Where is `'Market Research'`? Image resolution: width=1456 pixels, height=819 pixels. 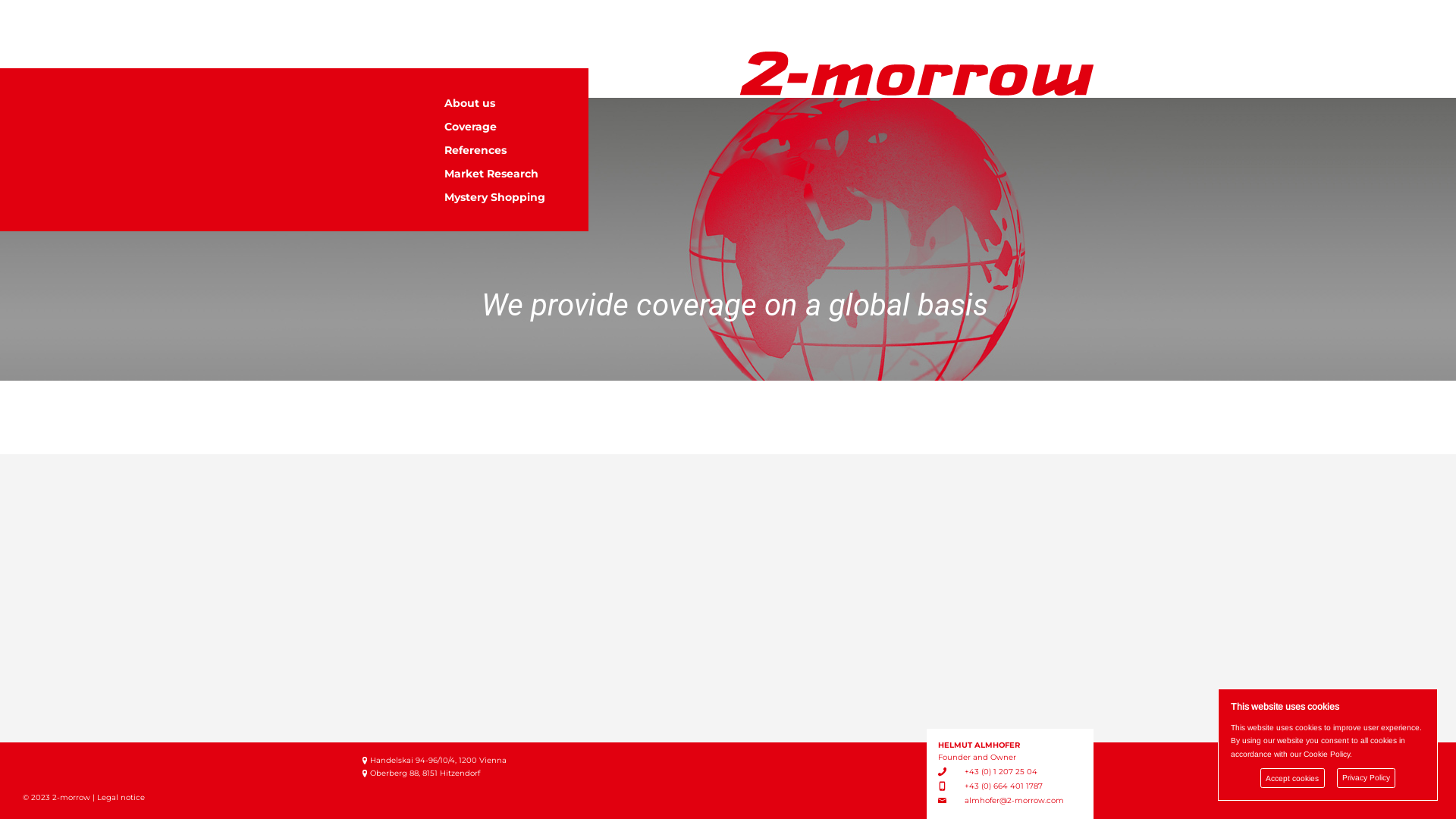
'Market Research' is located at coordinates (505, 172).